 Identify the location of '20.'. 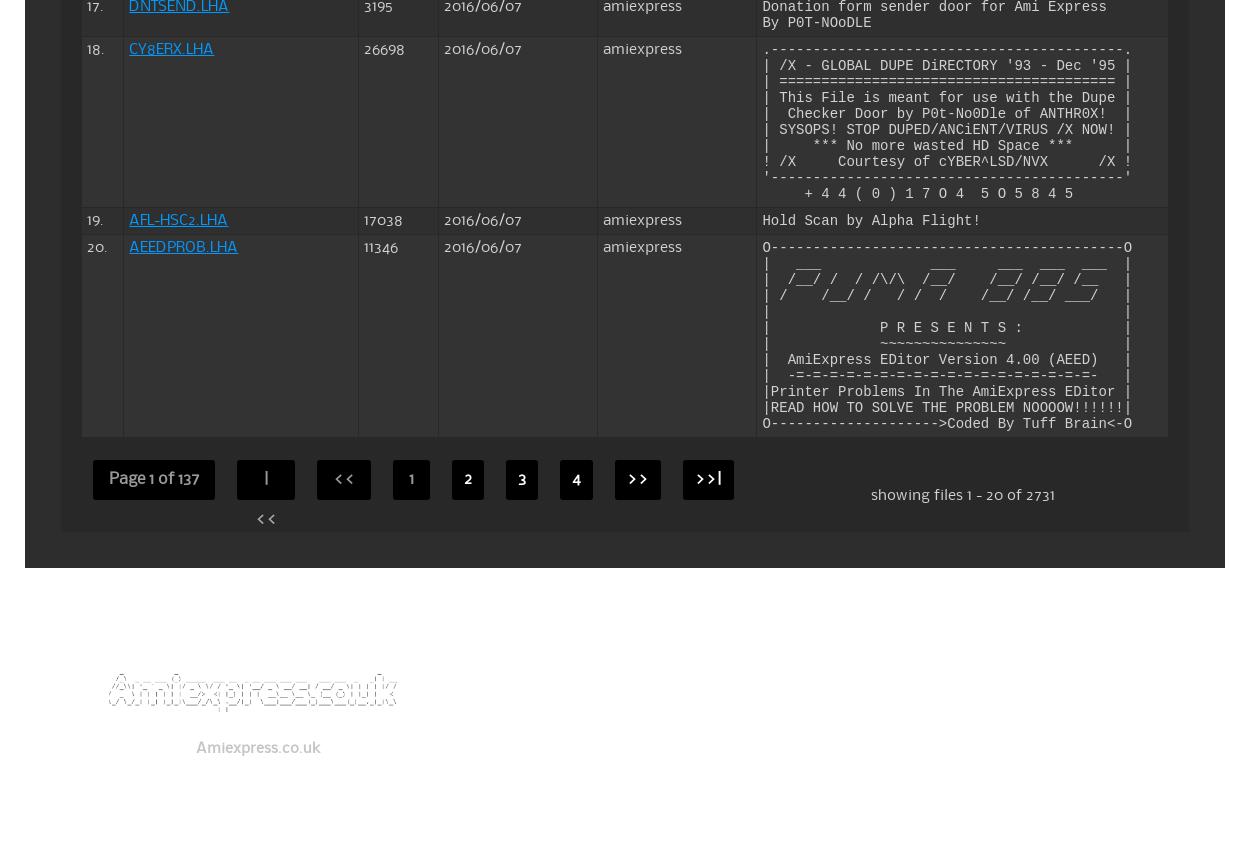
(86, 245).